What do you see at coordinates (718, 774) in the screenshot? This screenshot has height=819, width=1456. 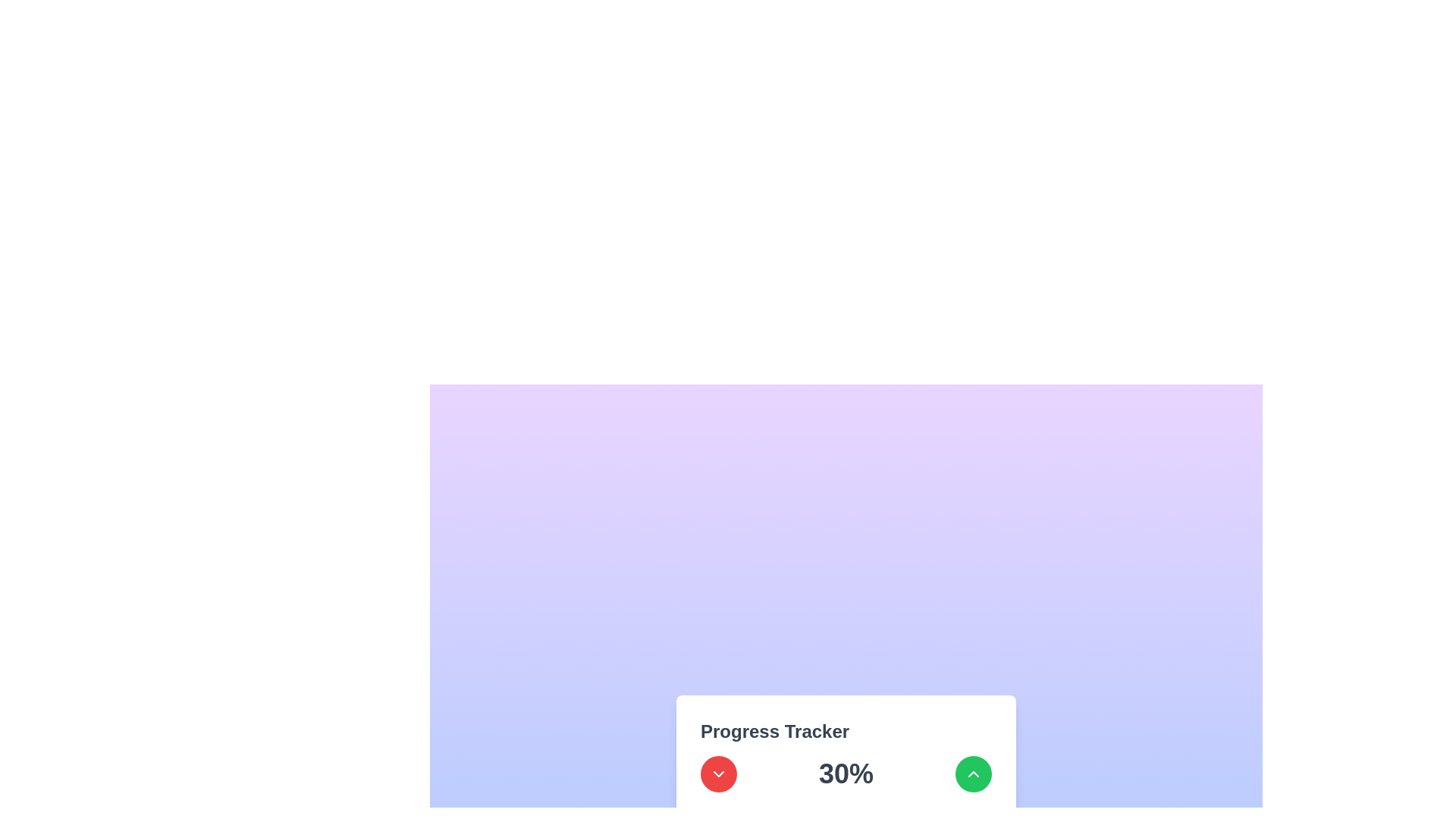 I see `the button that decreases a value, located to the left of the bold '30%' text` at bounding box center [718, 774].